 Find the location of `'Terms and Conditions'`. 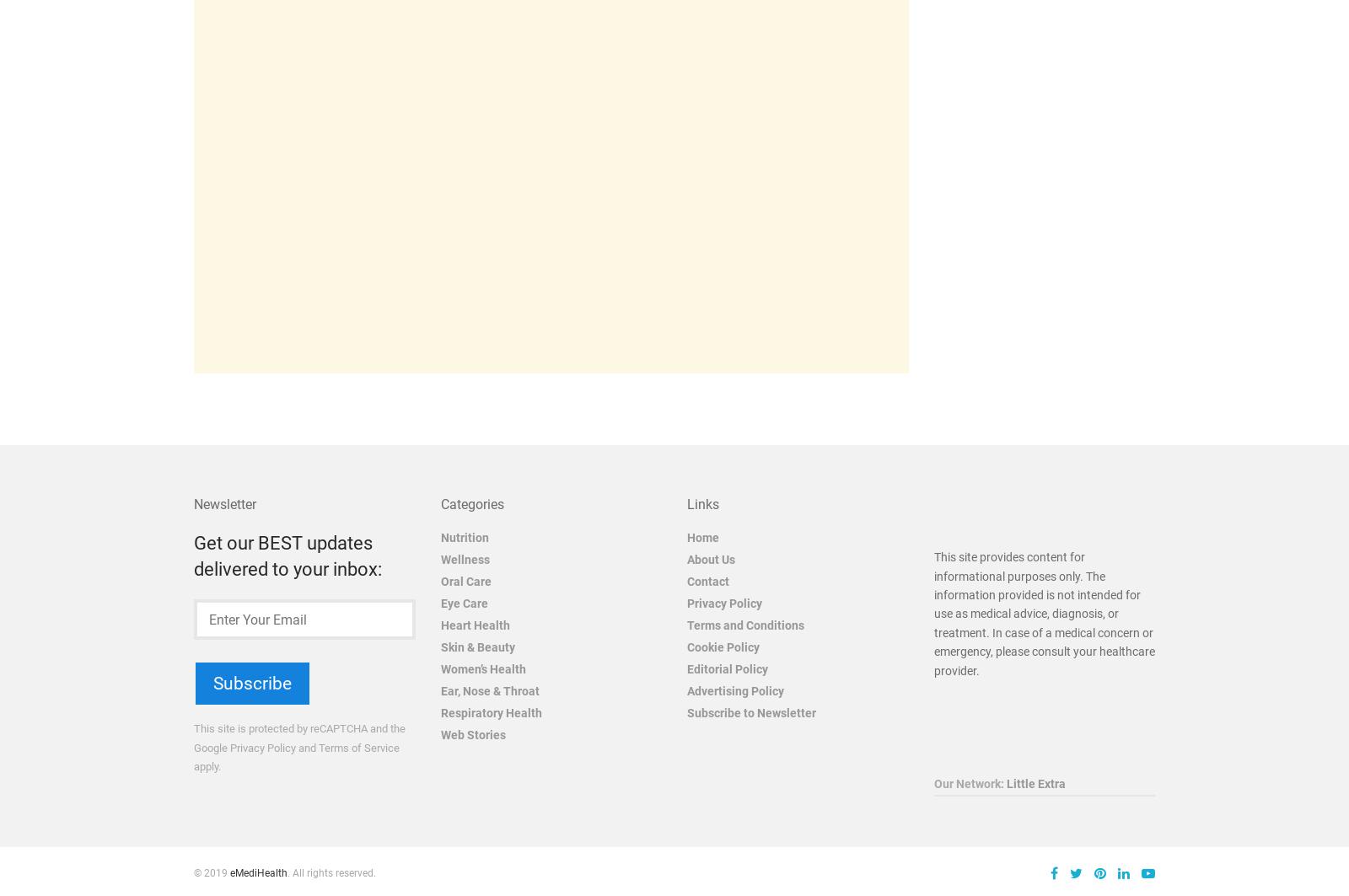

'Terms and Conditions' is located at coordinates (744, 624).